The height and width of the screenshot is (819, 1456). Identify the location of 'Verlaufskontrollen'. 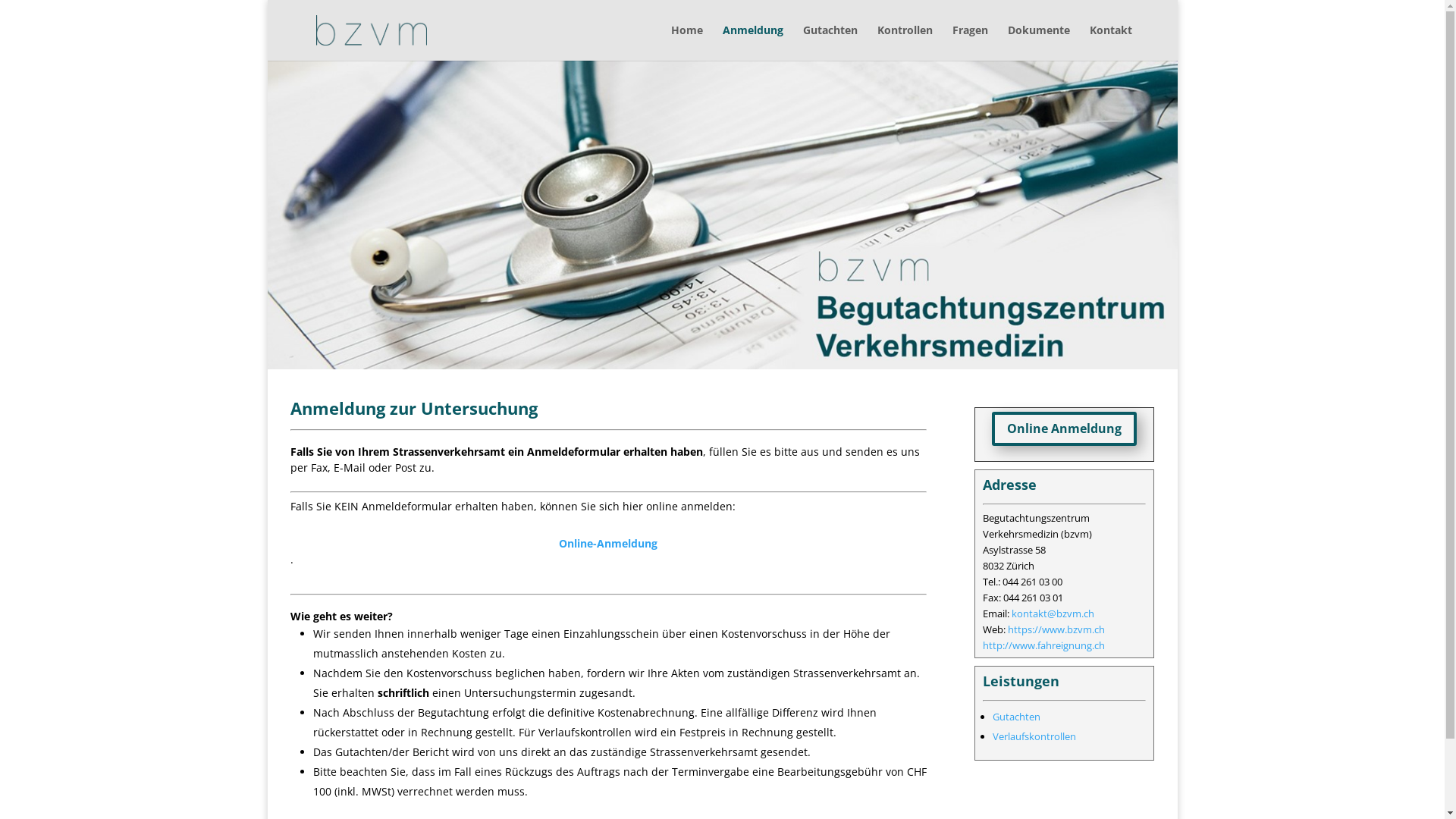
(1033, 736).